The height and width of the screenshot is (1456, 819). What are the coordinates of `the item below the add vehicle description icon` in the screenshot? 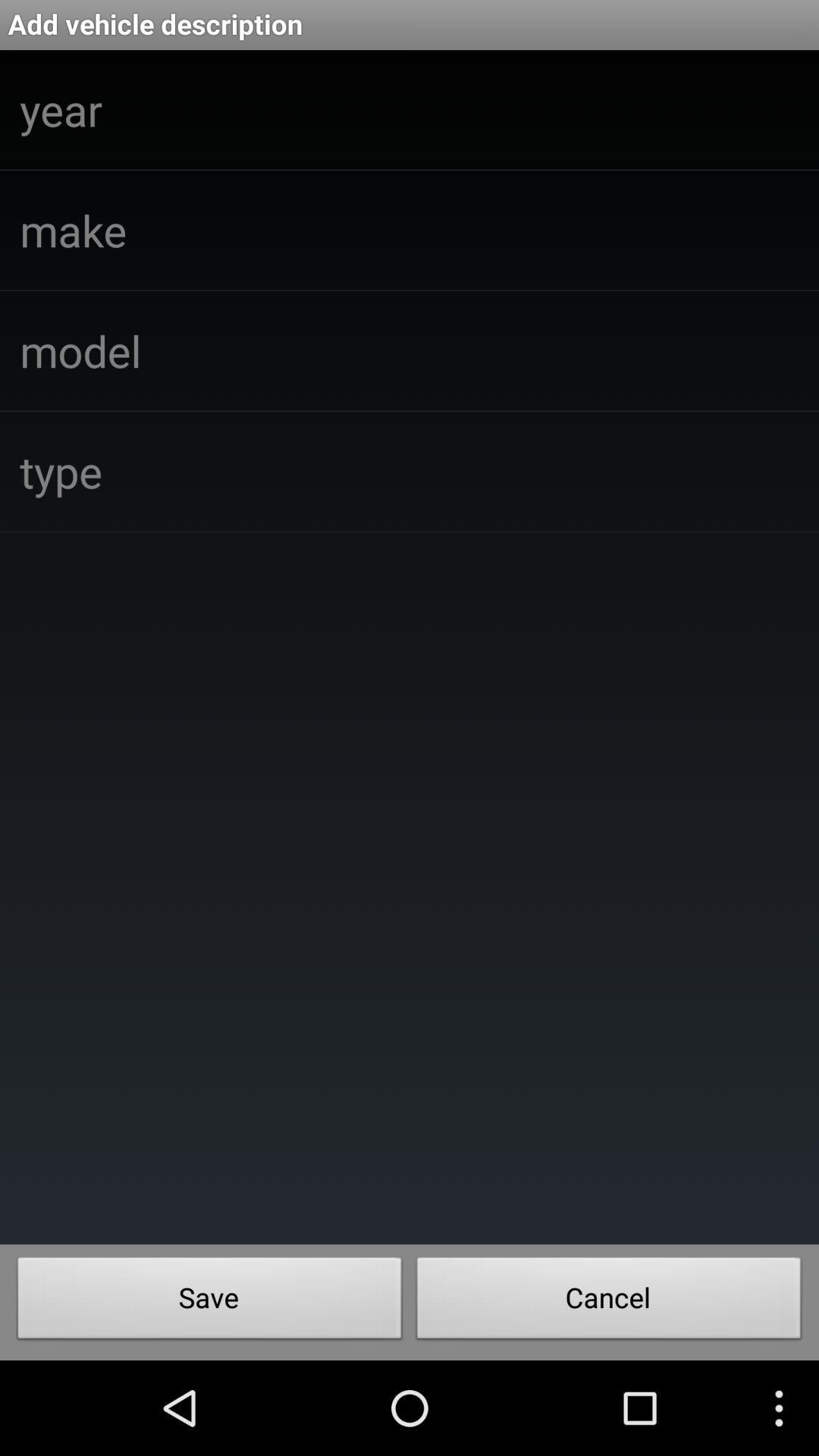 It's located at (608, 1301).